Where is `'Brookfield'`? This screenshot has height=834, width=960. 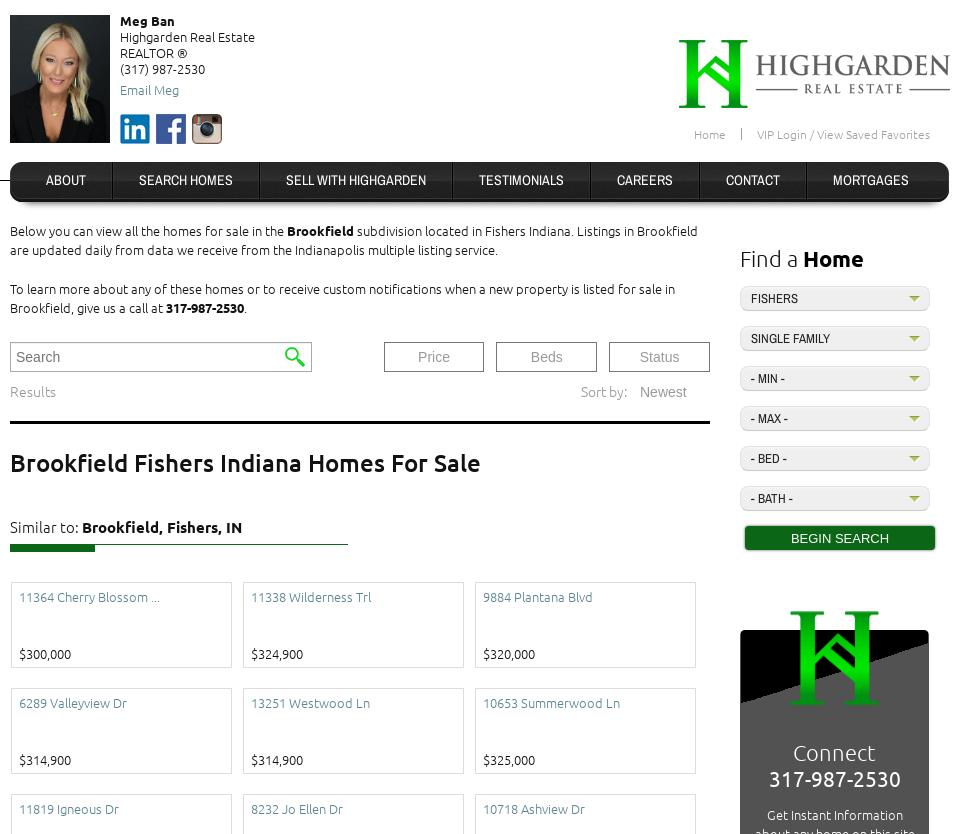
'Brookfield' is located at coordinates (286, 229).